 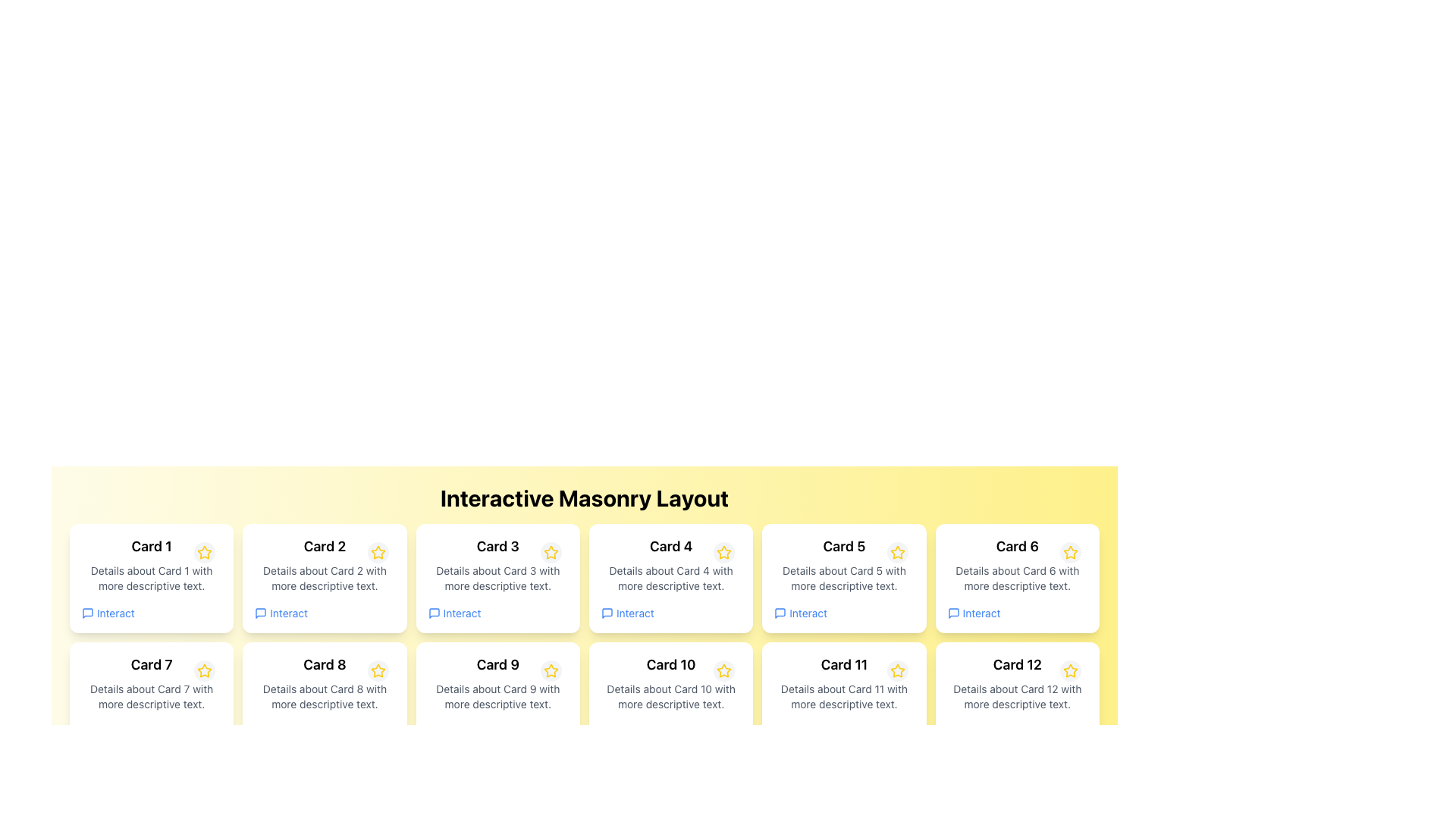 What do you see at coordinates (204, 671) in the screenshot?
I see `the icon button located in the upper-right corner of 'Card 7' in the second row, first column of the card grid layout to interact with it` at bounding box center [204, 671].